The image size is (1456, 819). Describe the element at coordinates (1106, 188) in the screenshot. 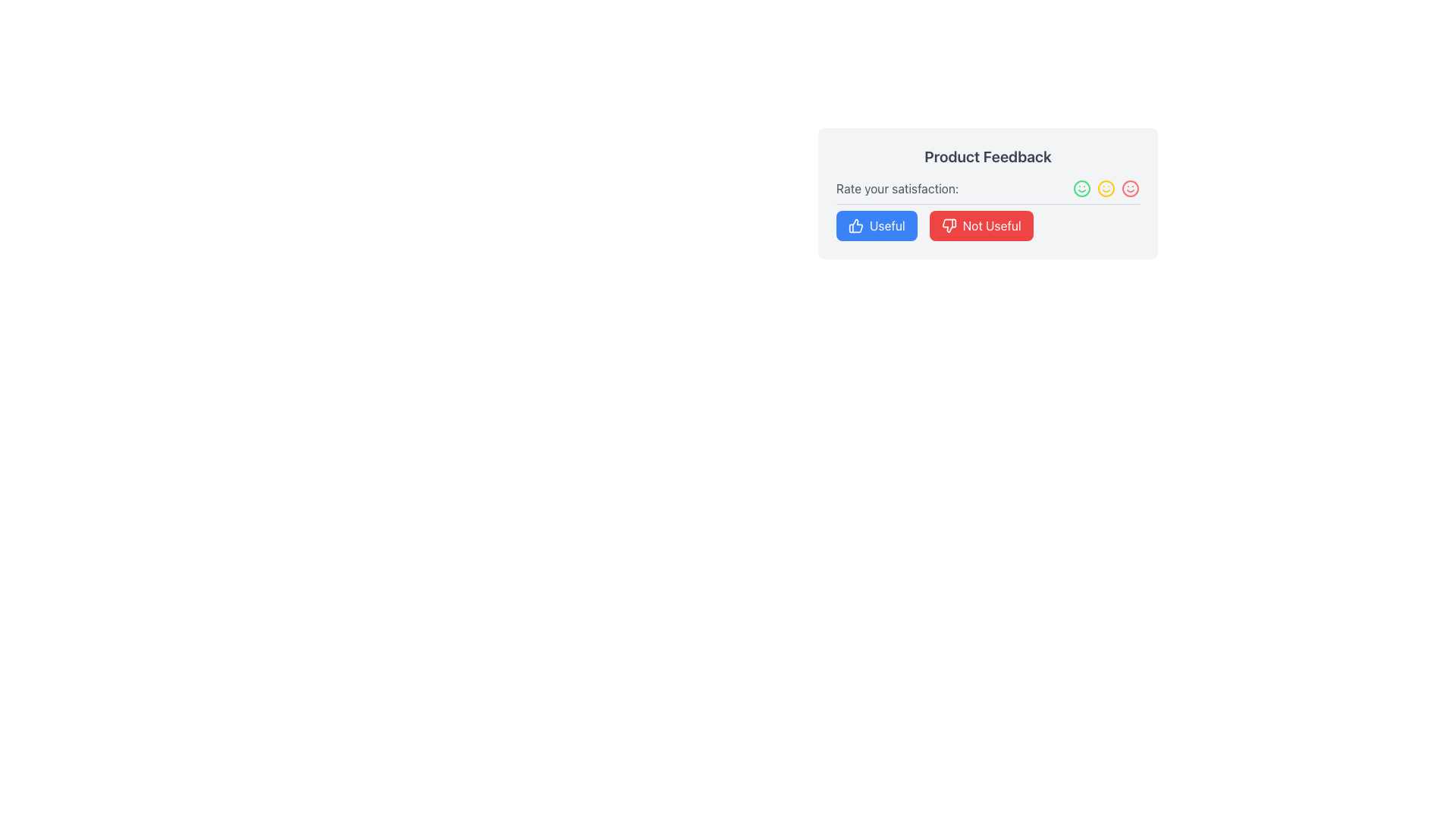

I see `the neutral expression face icon with a yellow outline` at that location.